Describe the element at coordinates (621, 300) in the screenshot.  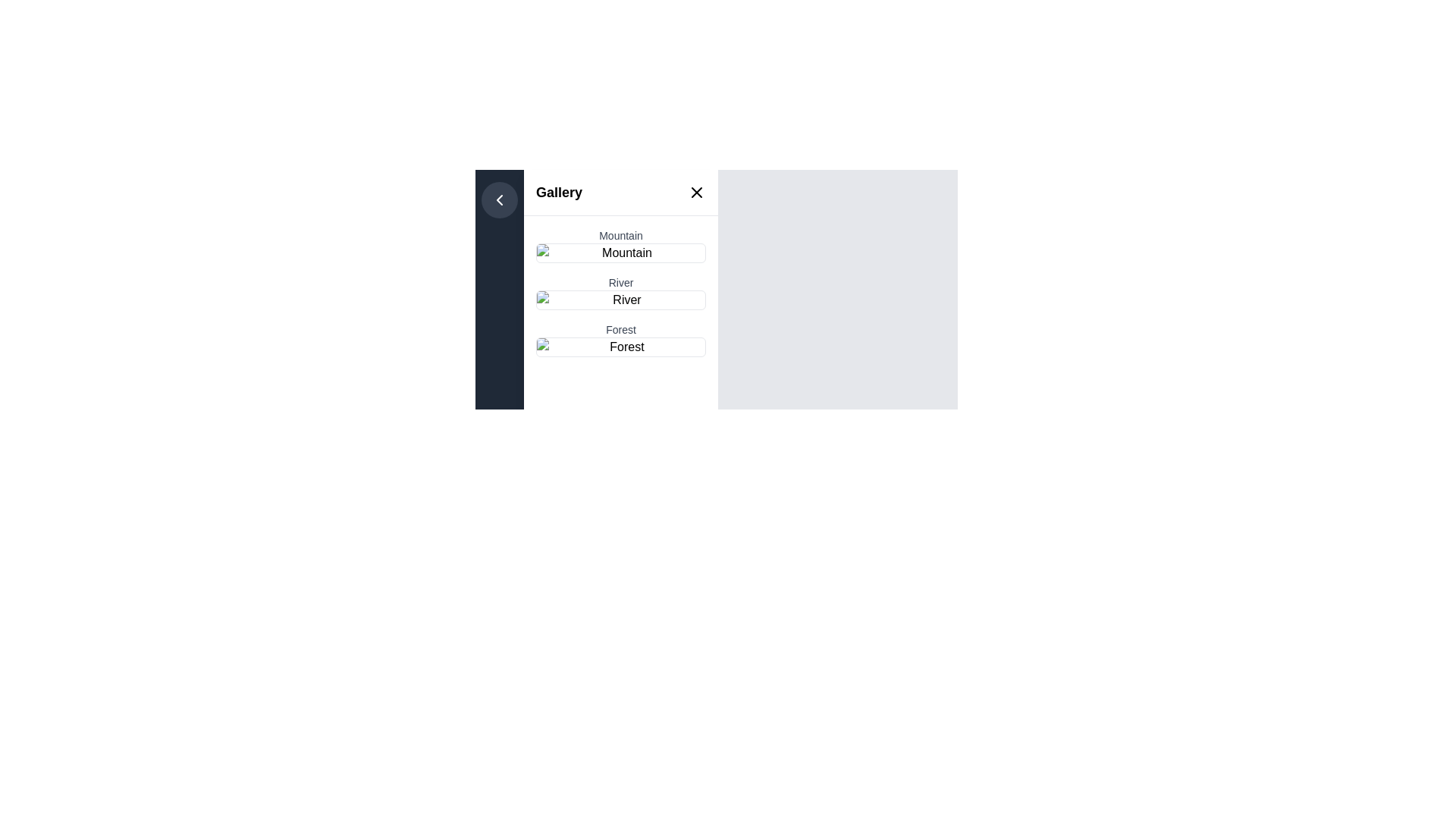
I see `the 'River' image placeholder located in the gallery-style interface, which is the second item in a vertical list, positioned between 'Mountain' and 'Forest'` at that location.